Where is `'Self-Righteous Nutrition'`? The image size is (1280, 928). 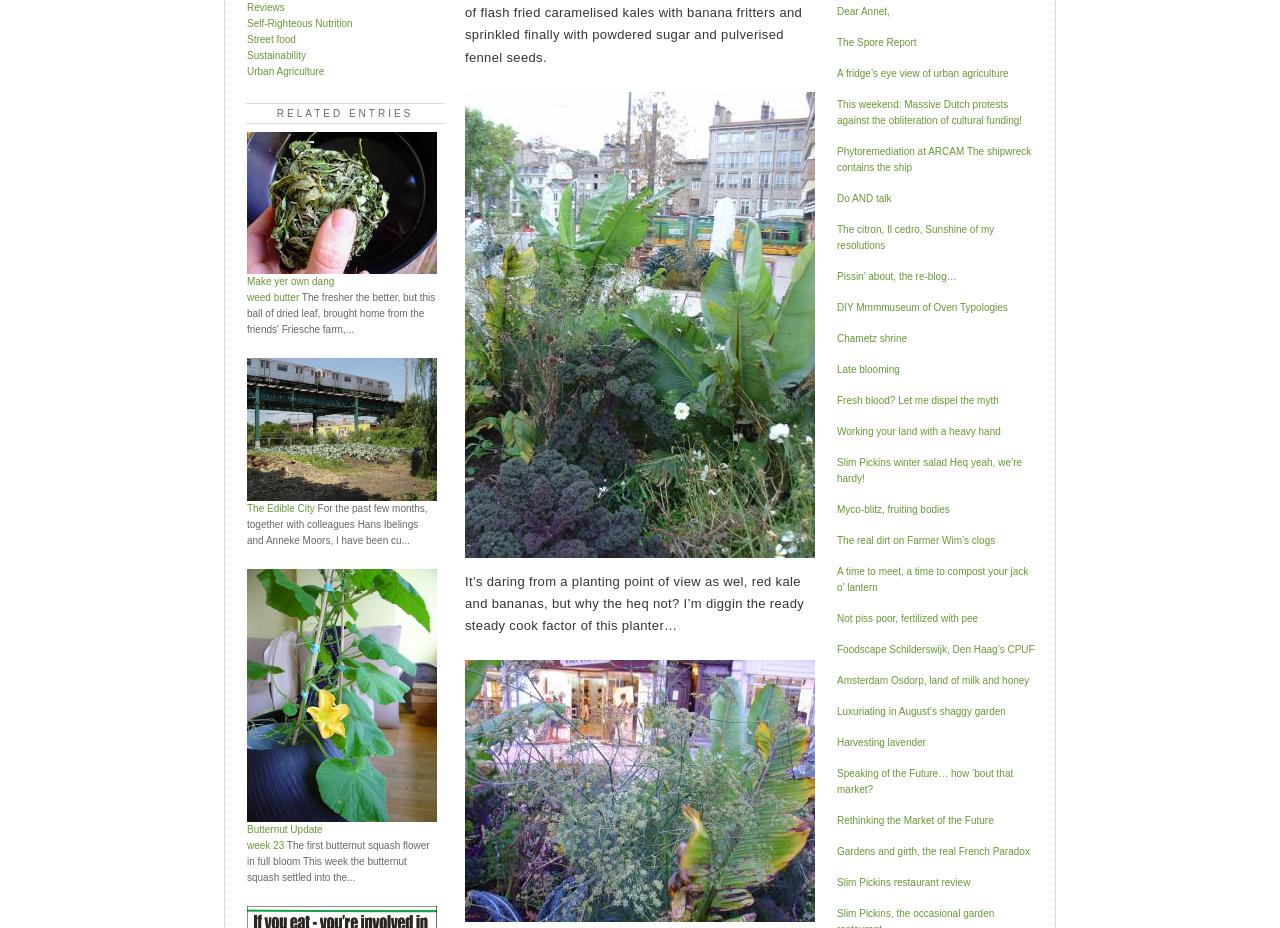 'Self-Righteous Nutrition' is located at coordinates (298, 21).